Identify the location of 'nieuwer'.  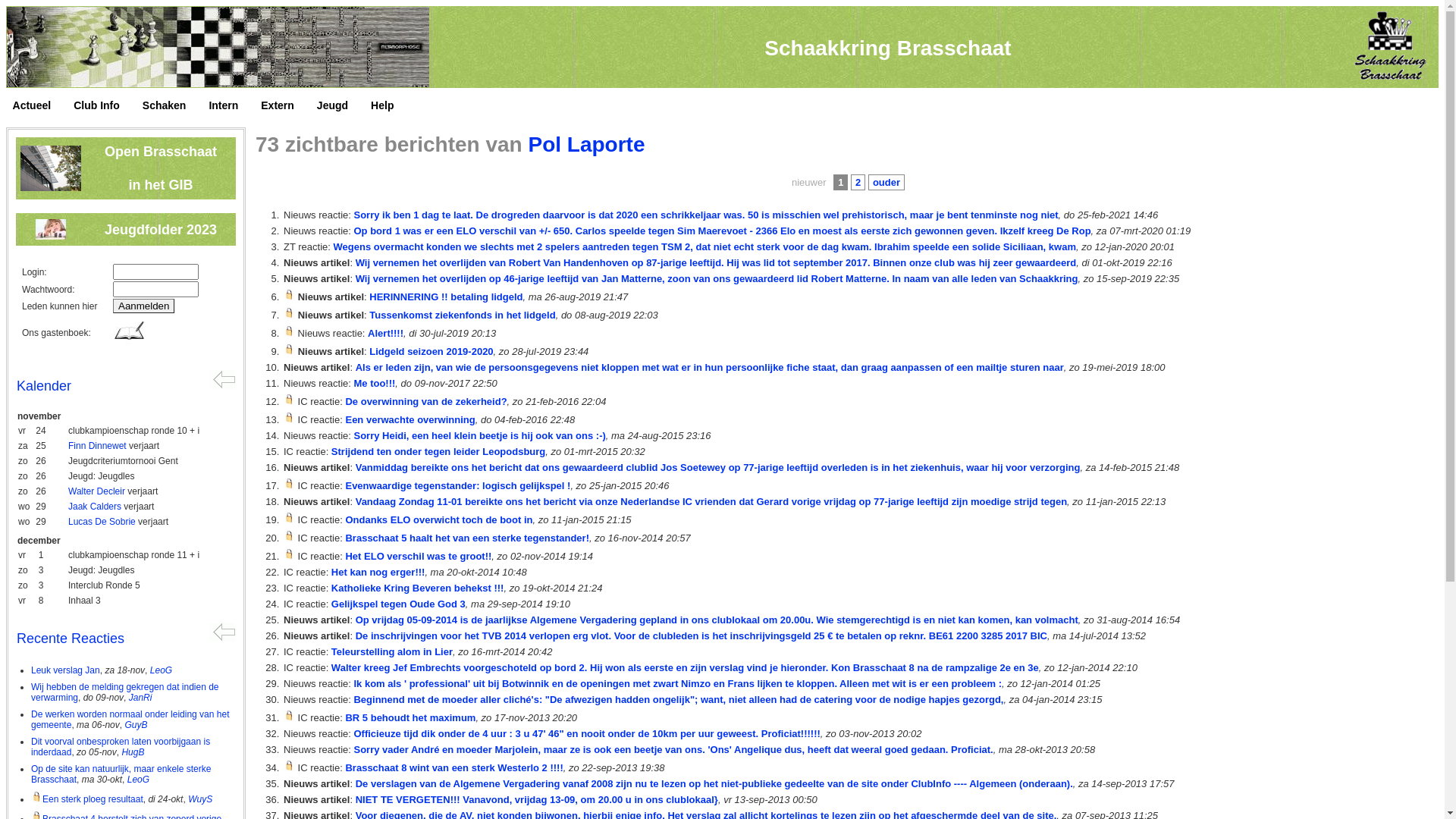
(808, 181).